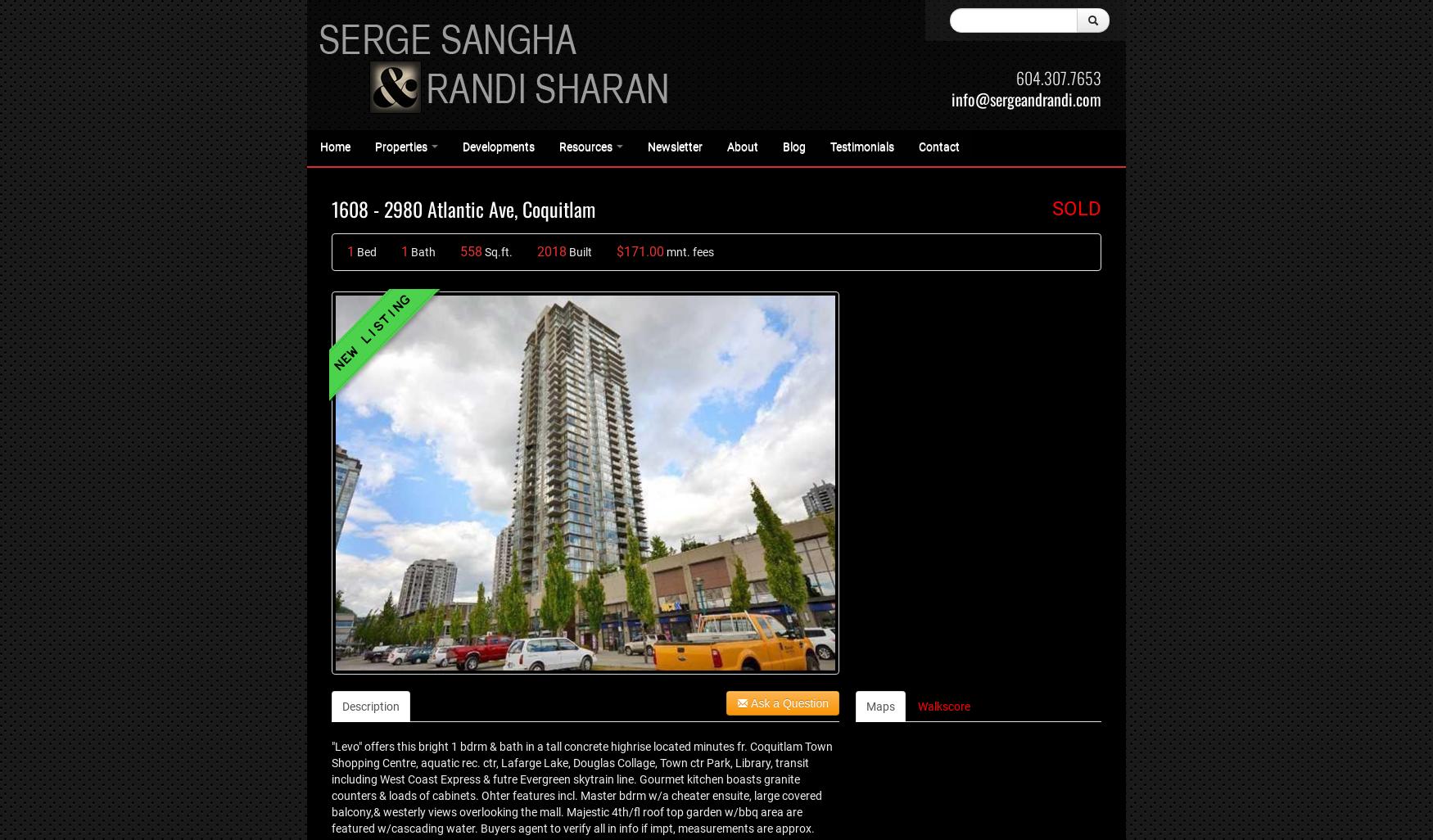  What do you see at coordinates (1025, 98) in the screenshot?
I see `'info@sergeandrandi.com'` at bounding box center [1025, 98].